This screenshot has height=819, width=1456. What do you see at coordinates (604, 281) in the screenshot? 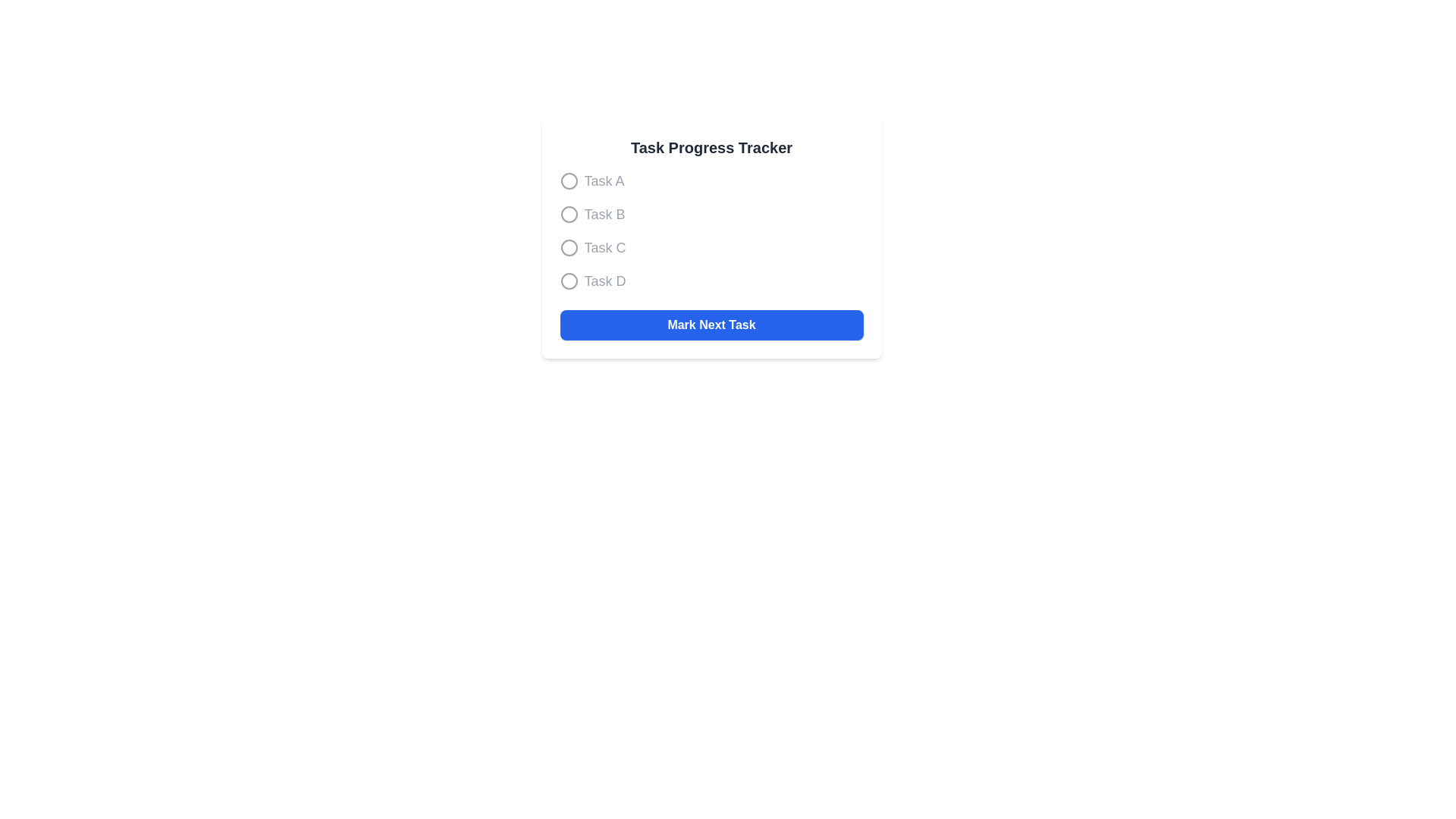
I see `the text label for the fourth task in the 'Task Progress Tracker' list, located to the right of the circular icon` at bounding box center [604, 281].